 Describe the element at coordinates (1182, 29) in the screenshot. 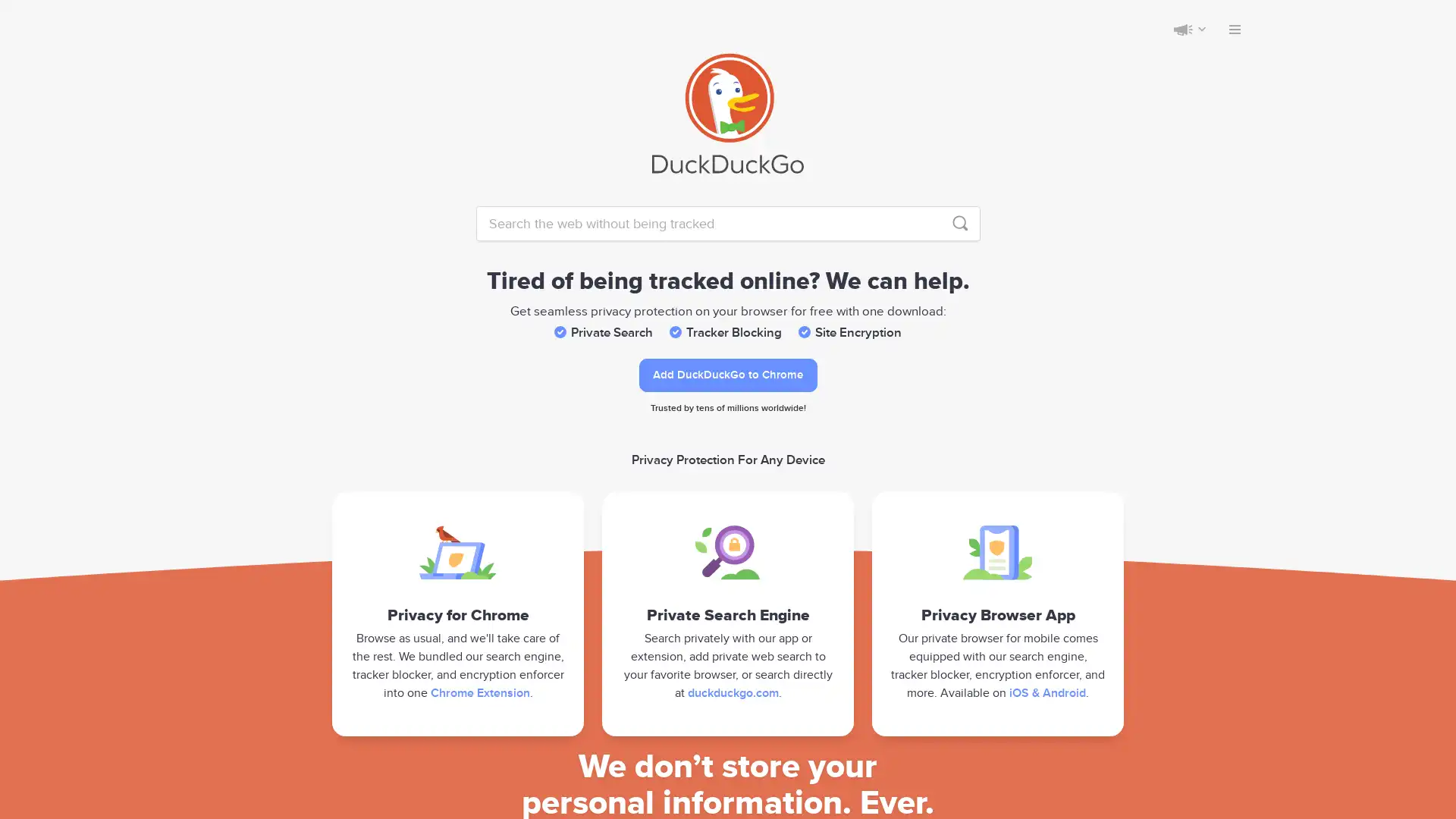

I see `Keep in touch` at that location.